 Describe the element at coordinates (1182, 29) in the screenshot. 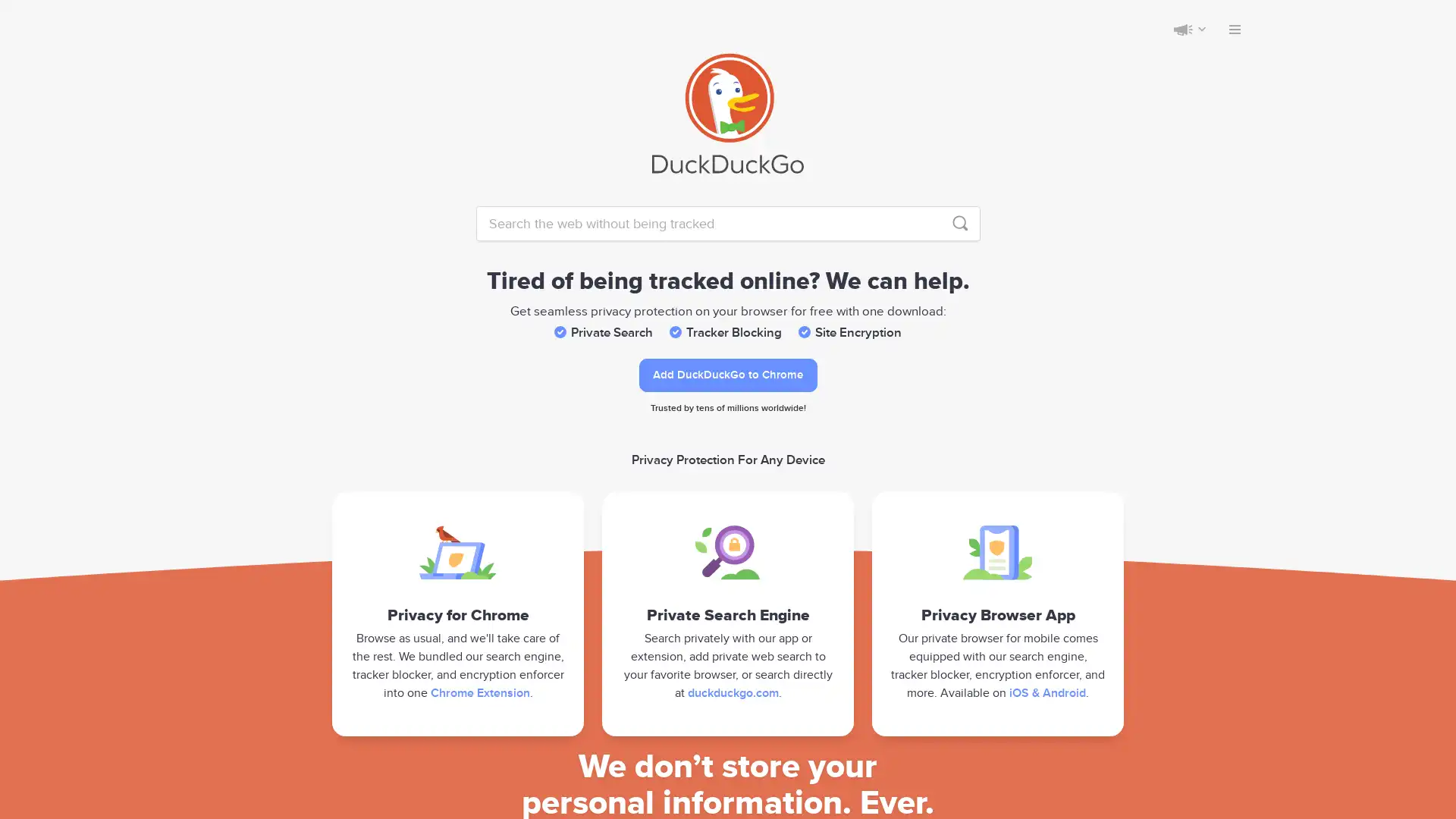

I see `Keep in touch` at that location.